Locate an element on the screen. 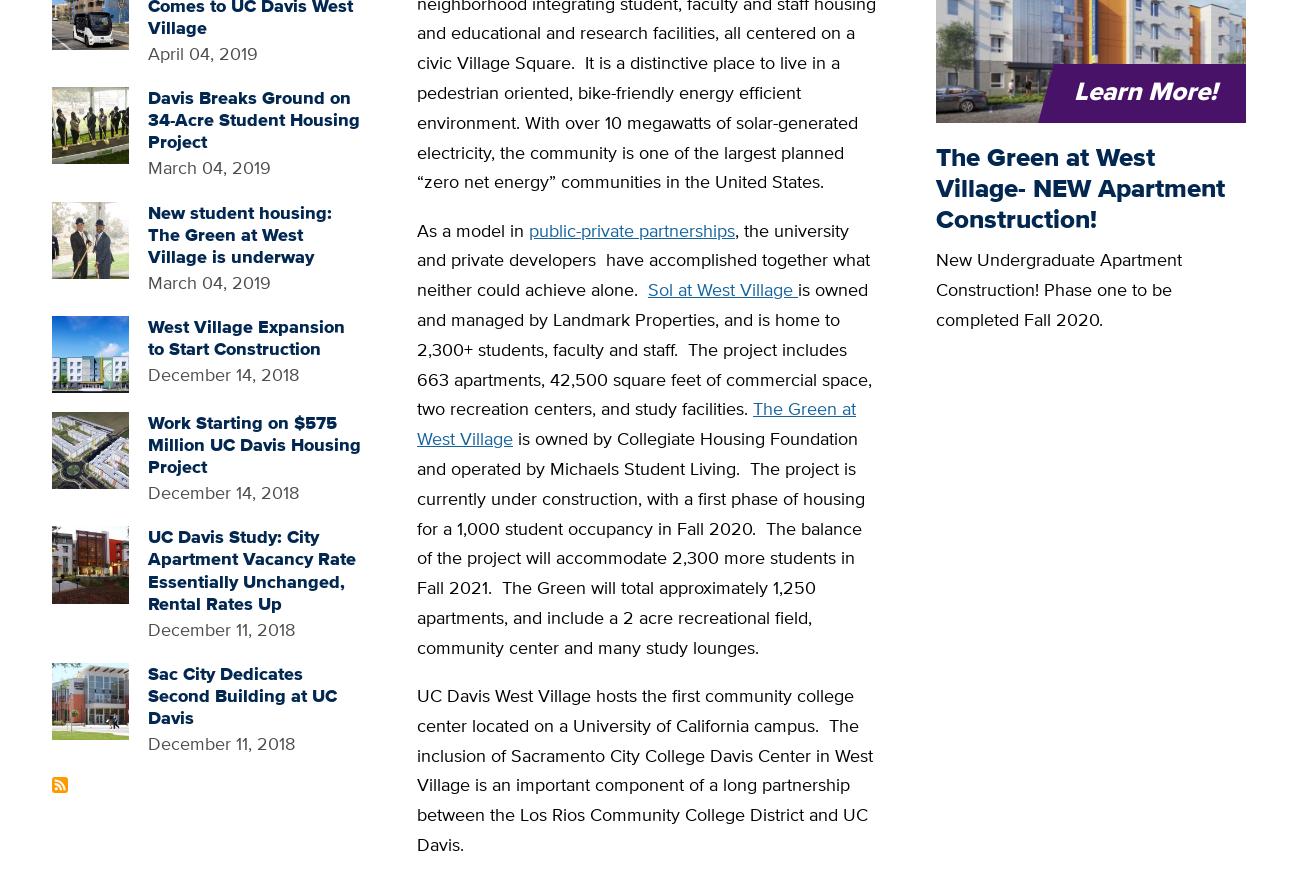 The width and height of the screenshot is (1298, 880). 'Davis Breaks Ground on 34-Acre Student Housing Project' is located at coordinates (146, 119).